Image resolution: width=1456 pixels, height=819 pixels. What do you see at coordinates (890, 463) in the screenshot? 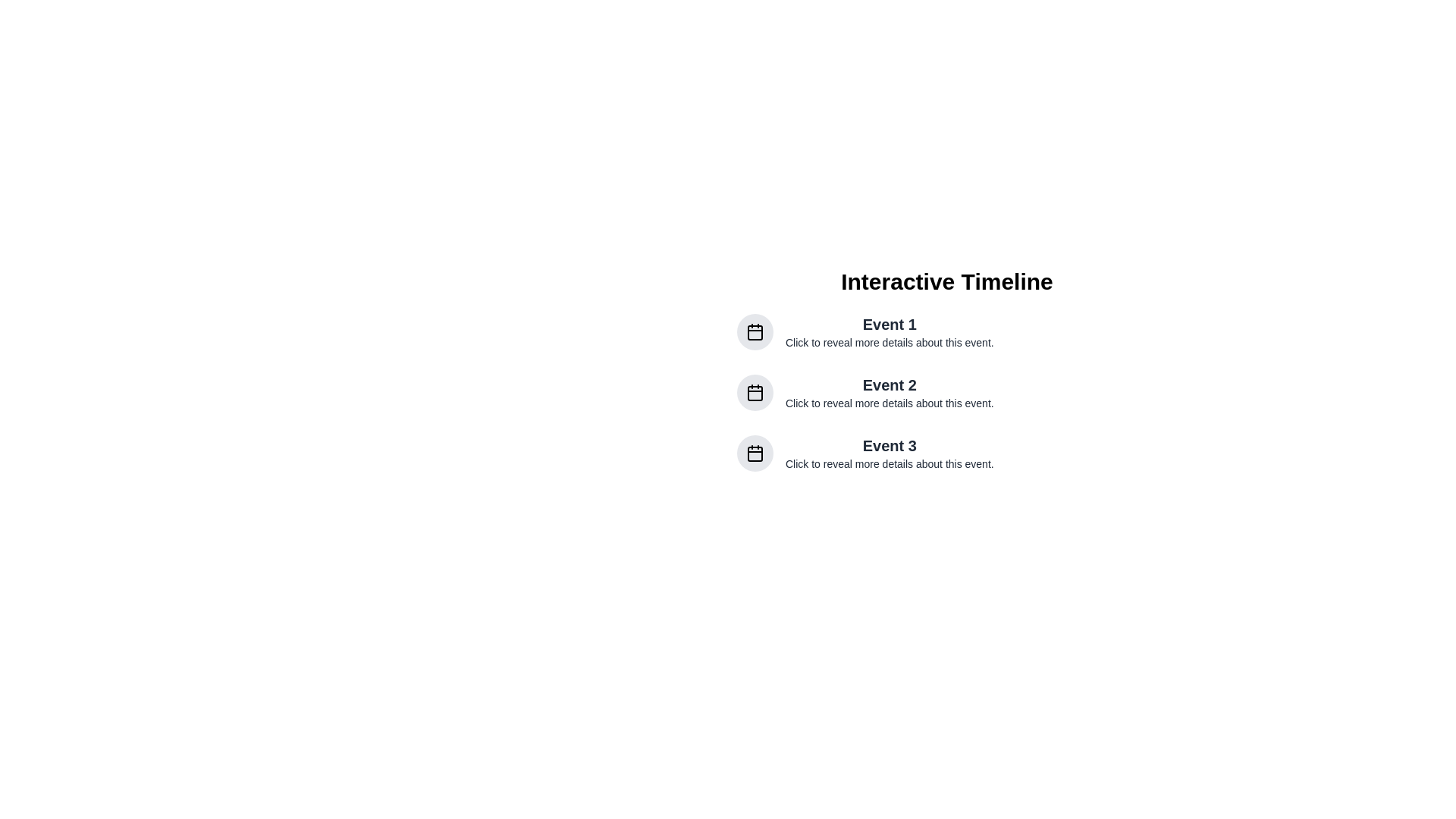
I see `the informational text that serves as a descriptive prompt for 'Event 3', positioned directly beneath the event title` at bounding box center [890, 463].